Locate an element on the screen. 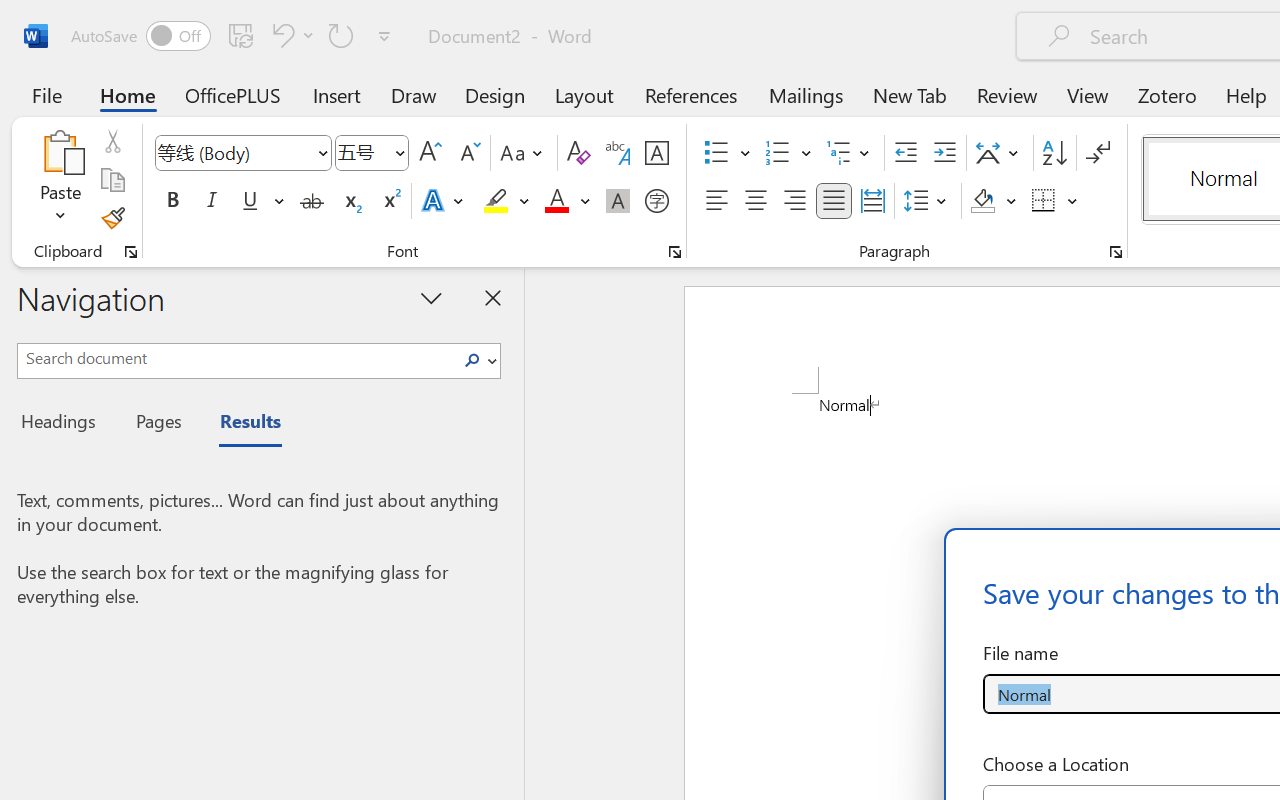  'Results' is located at coordinates (240, 424).